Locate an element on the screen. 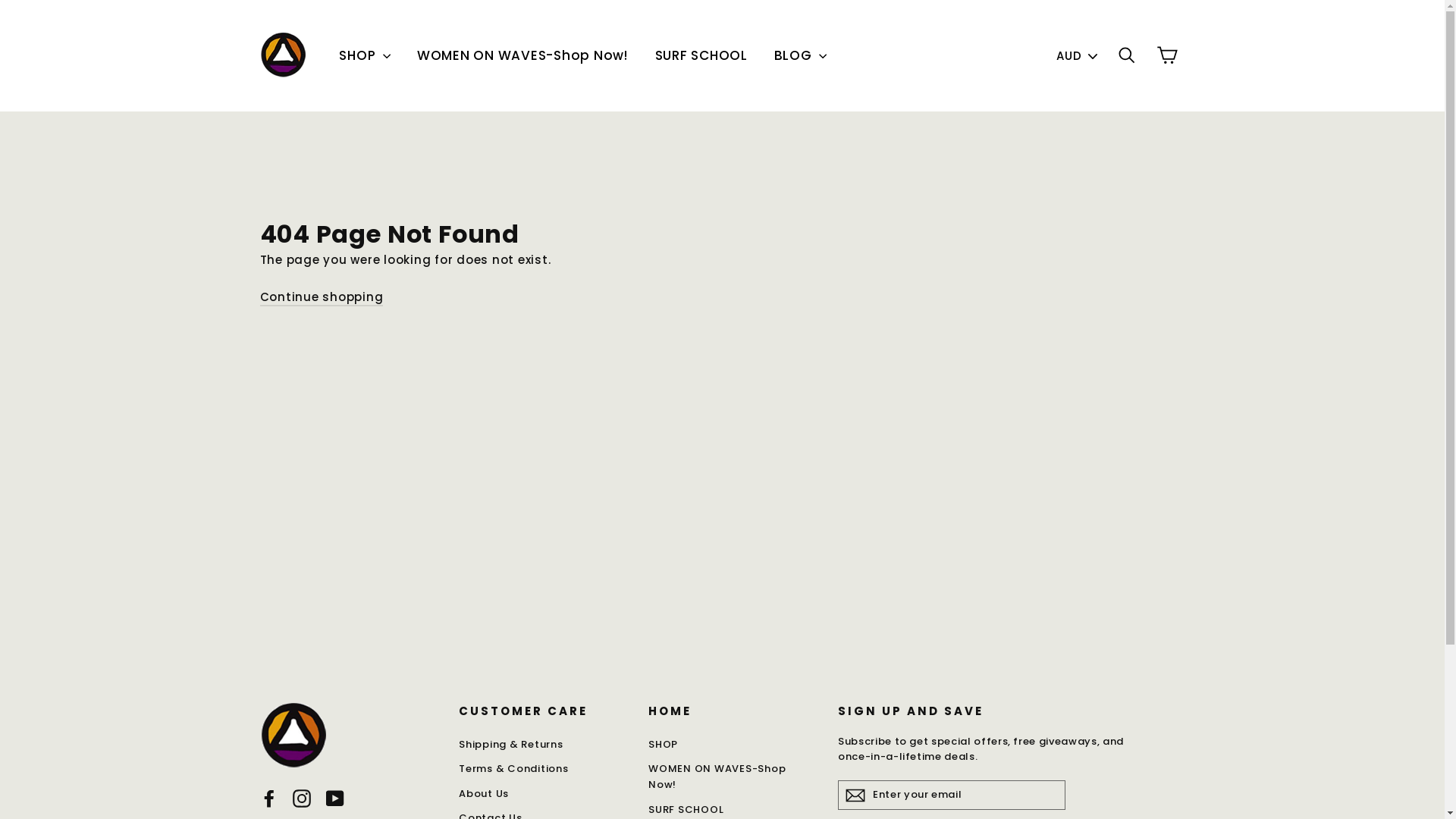 Image resolution: width=1456 pixels, height=819 pixels. 'Shipping & Returns' is located at coordinates (542, 744).